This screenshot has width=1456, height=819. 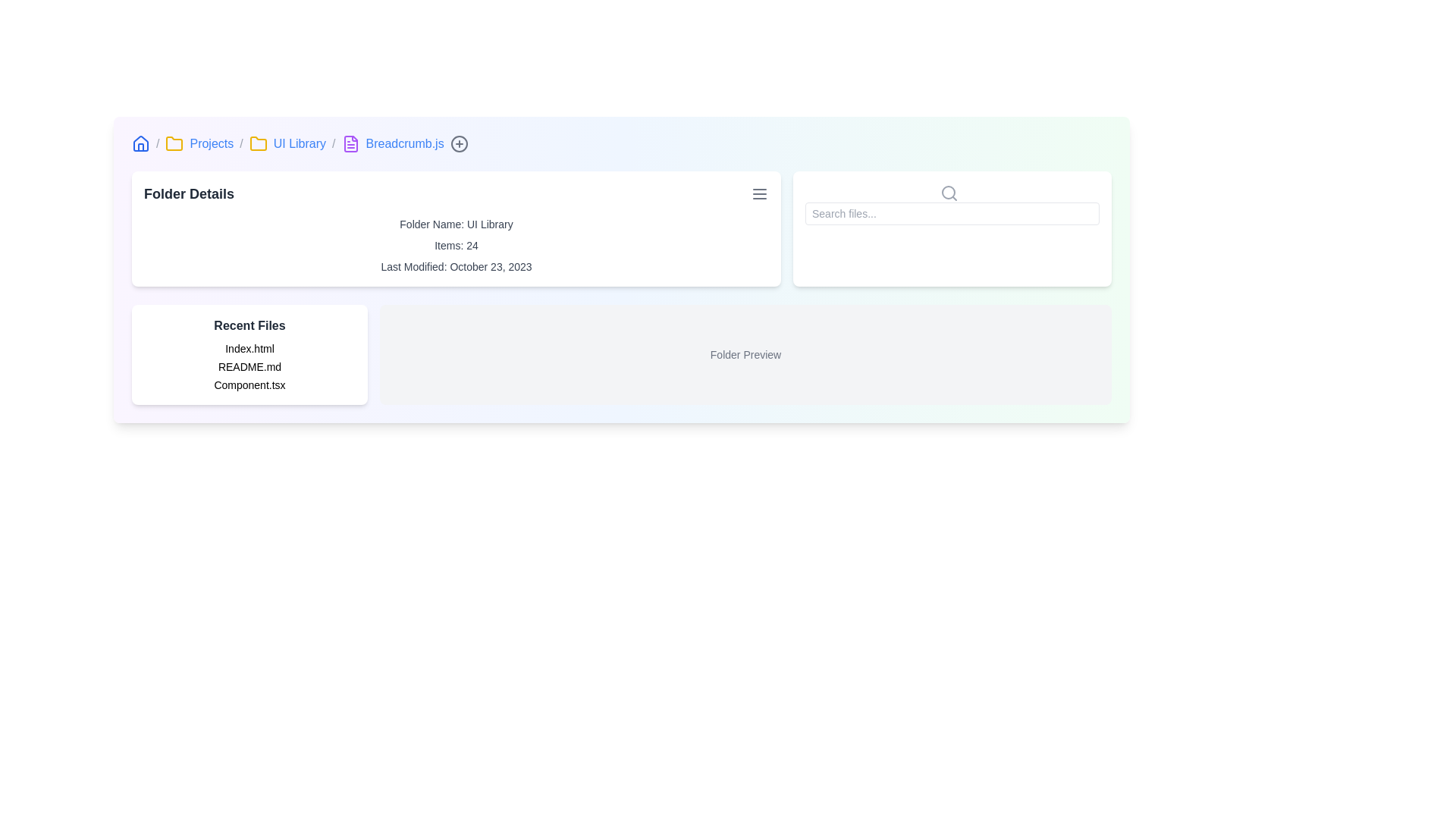 I want to click on the breadcrumb navigation text label that represents the current page or folder, located after 'UI Library' and a slanted separator, so click(x=405, y=143).